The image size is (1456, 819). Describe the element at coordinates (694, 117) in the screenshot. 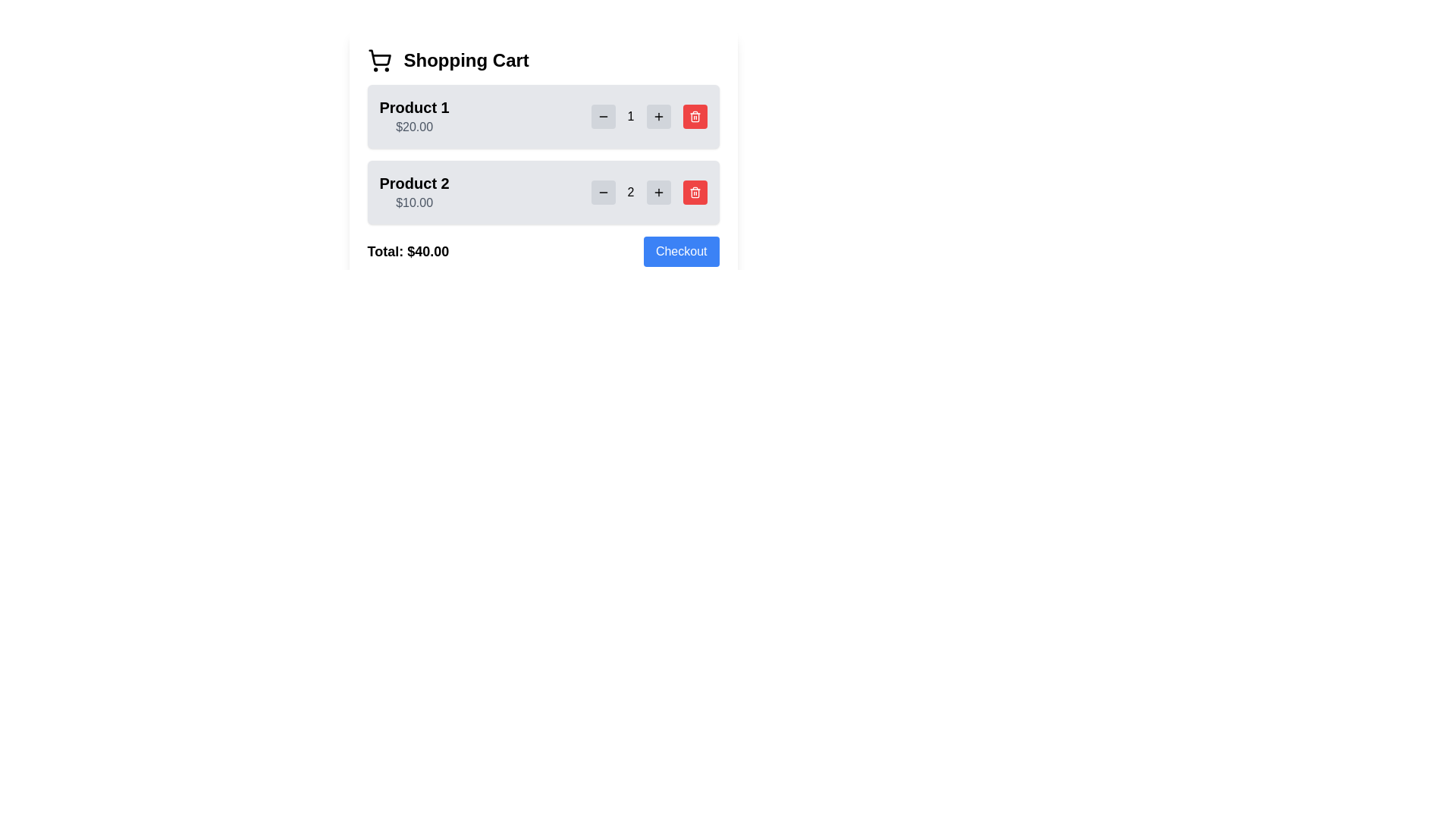

I see `the red trash bin icon located at the far right of the second product's row in the shopping cart` at that location.